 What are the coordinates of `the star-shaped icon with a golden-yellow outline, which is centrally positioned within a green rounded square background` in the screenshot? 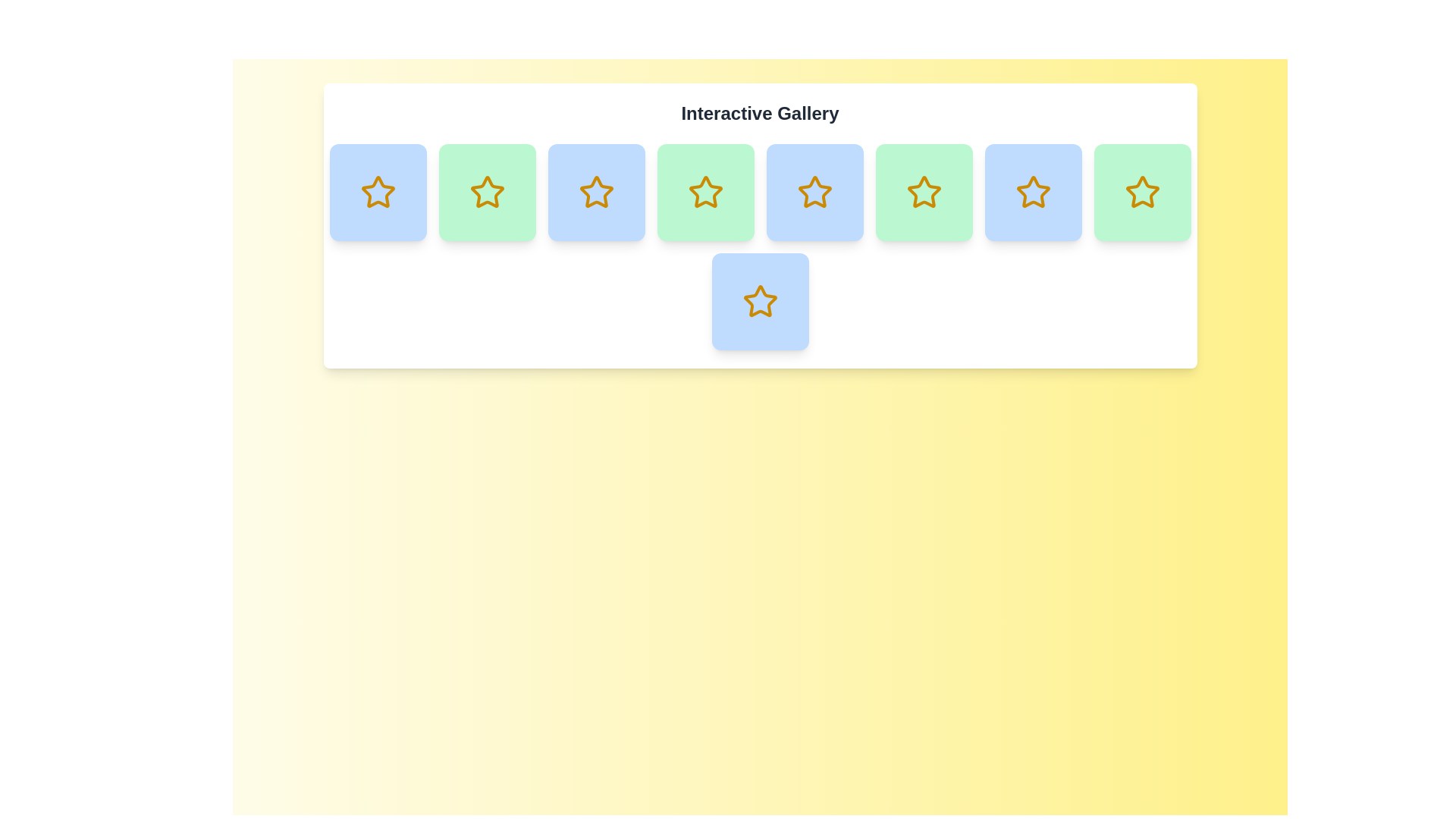 It's located at (1142, 192).